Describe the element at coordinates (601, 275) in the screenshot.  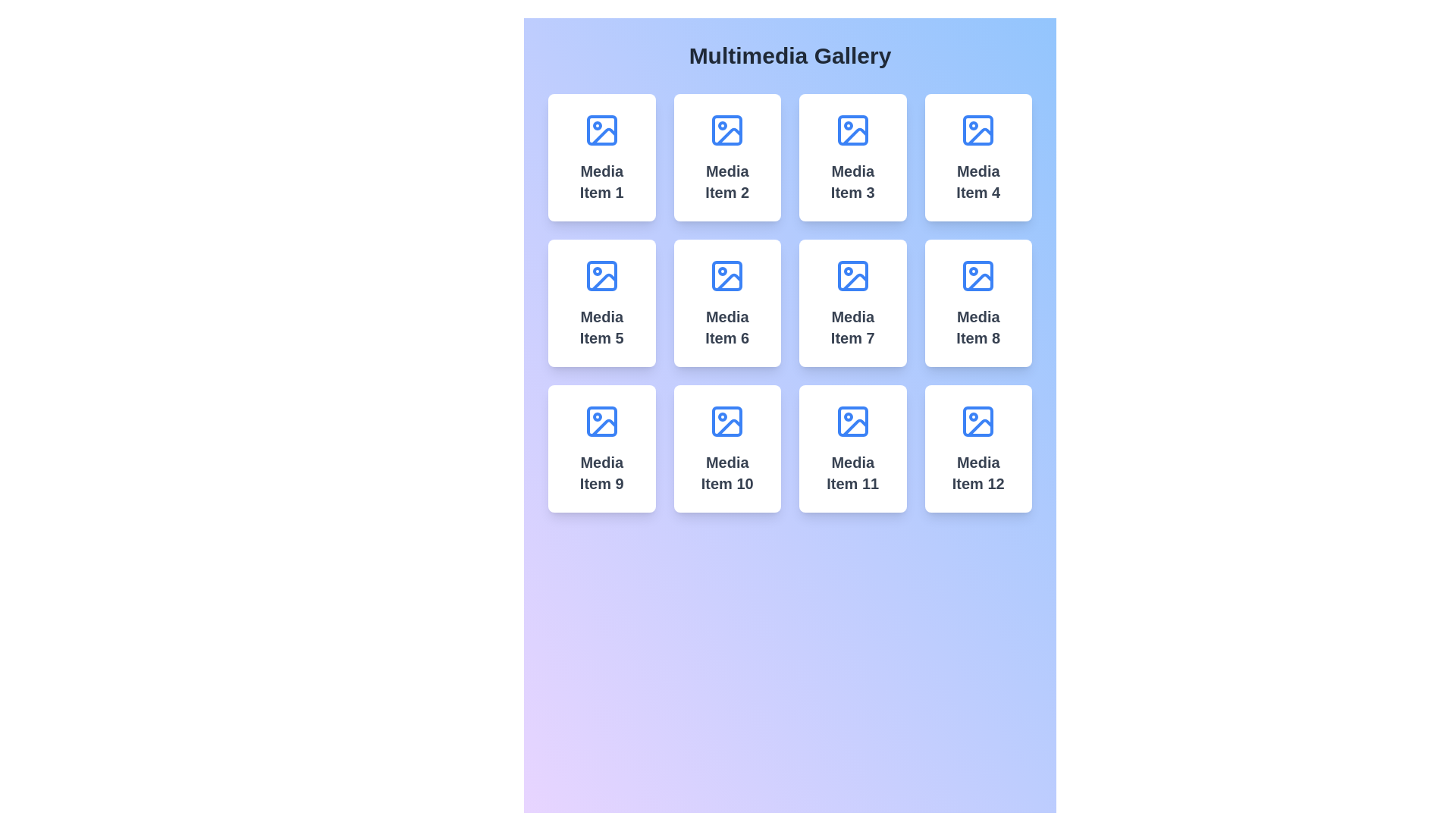
I see `the outlined photograph icon with a circular shape and curved line, located above the 'Media Item 5' label in the fifth box of the multimedia grid` at that location.